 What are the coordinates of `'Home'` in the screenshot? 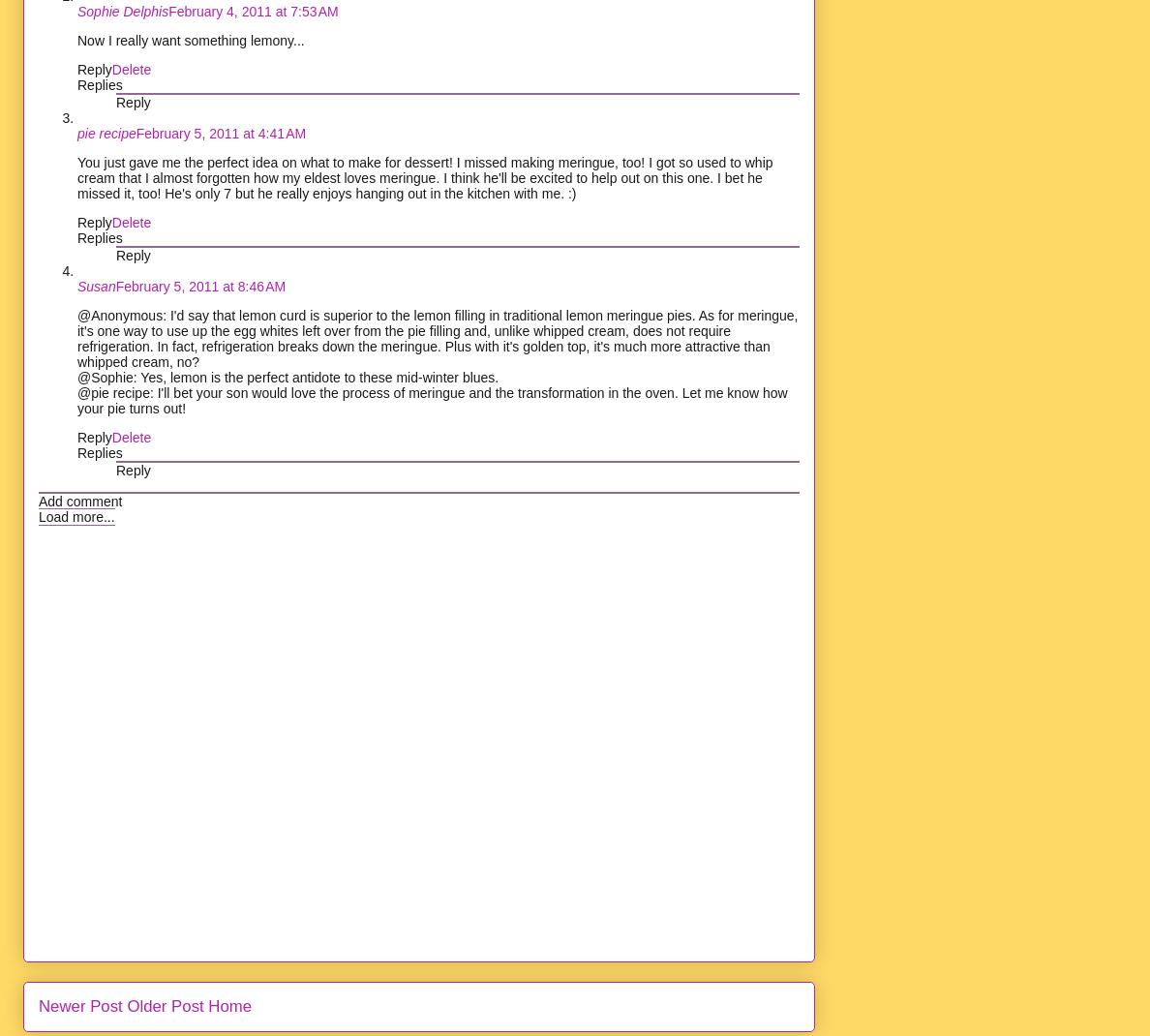 It's located at (228, 1005).